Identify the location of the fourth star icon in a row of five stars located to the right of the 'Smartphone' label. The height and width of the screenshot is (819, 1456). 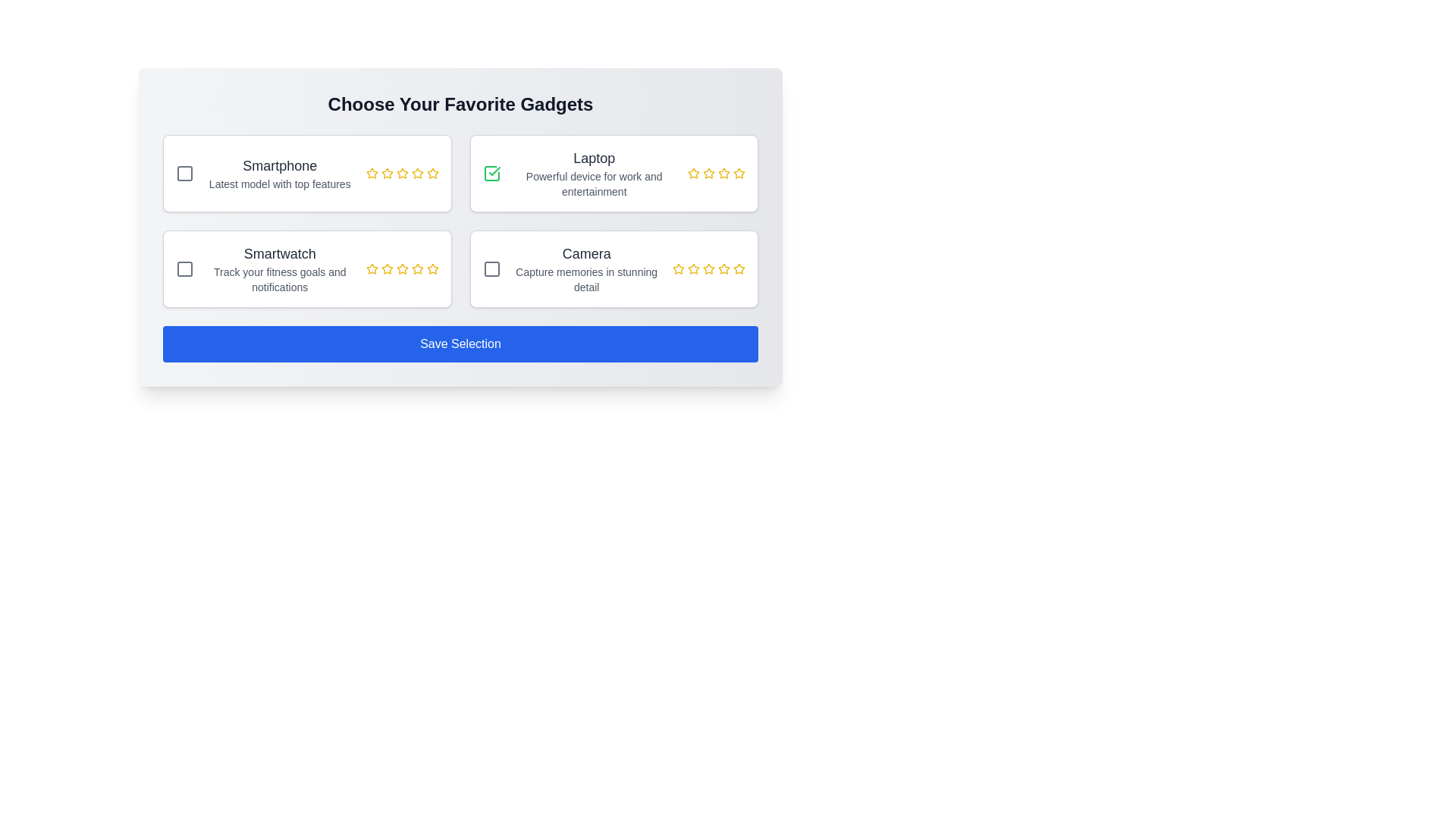
(402, 172).